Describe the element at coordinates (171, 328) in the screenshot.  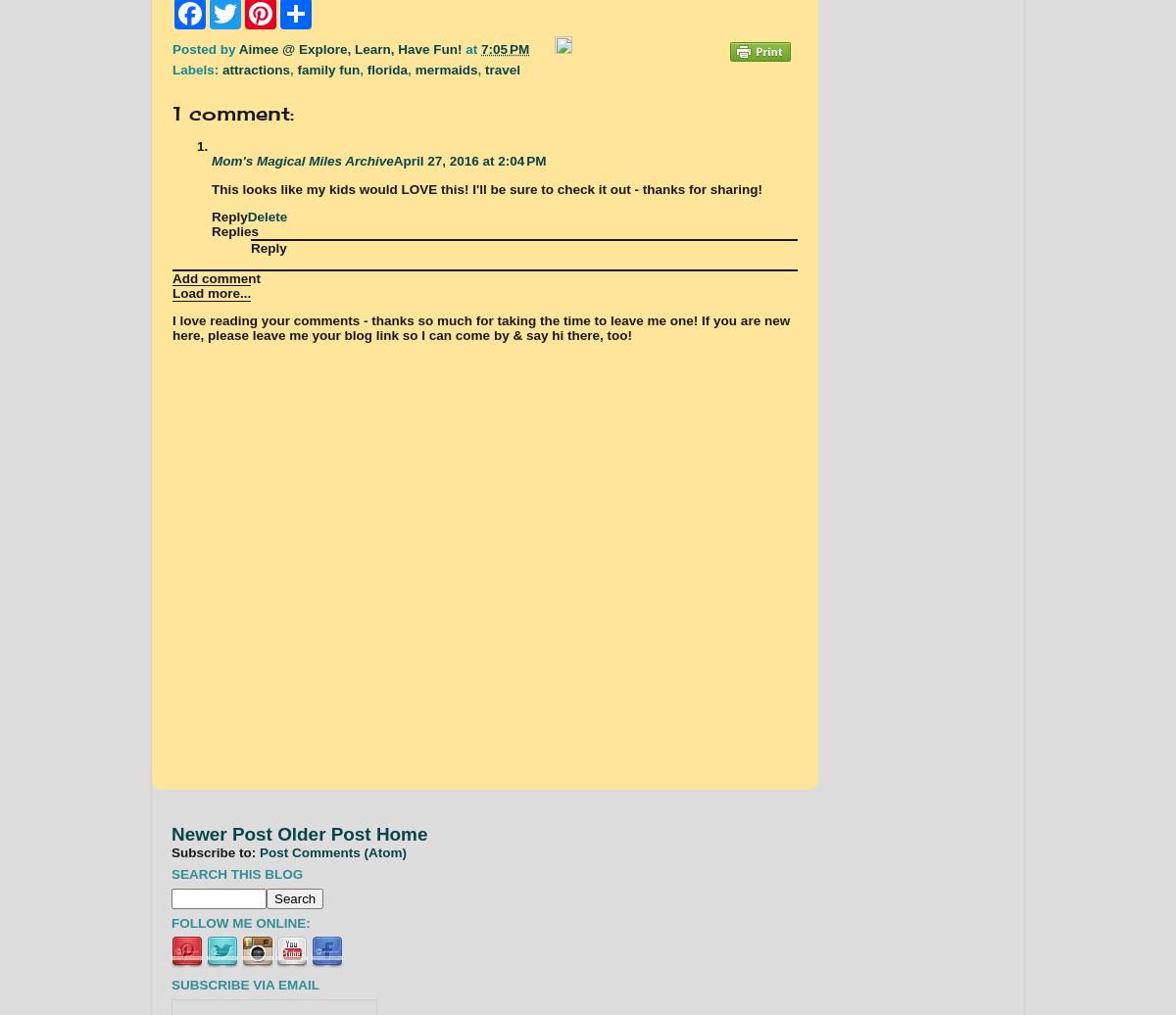
I see `'I love reading your comments - thanks so much for taking the time to leave me one!  If you are new here, please leave me your blog link so I can come by & say hi there, too!'` at that location.